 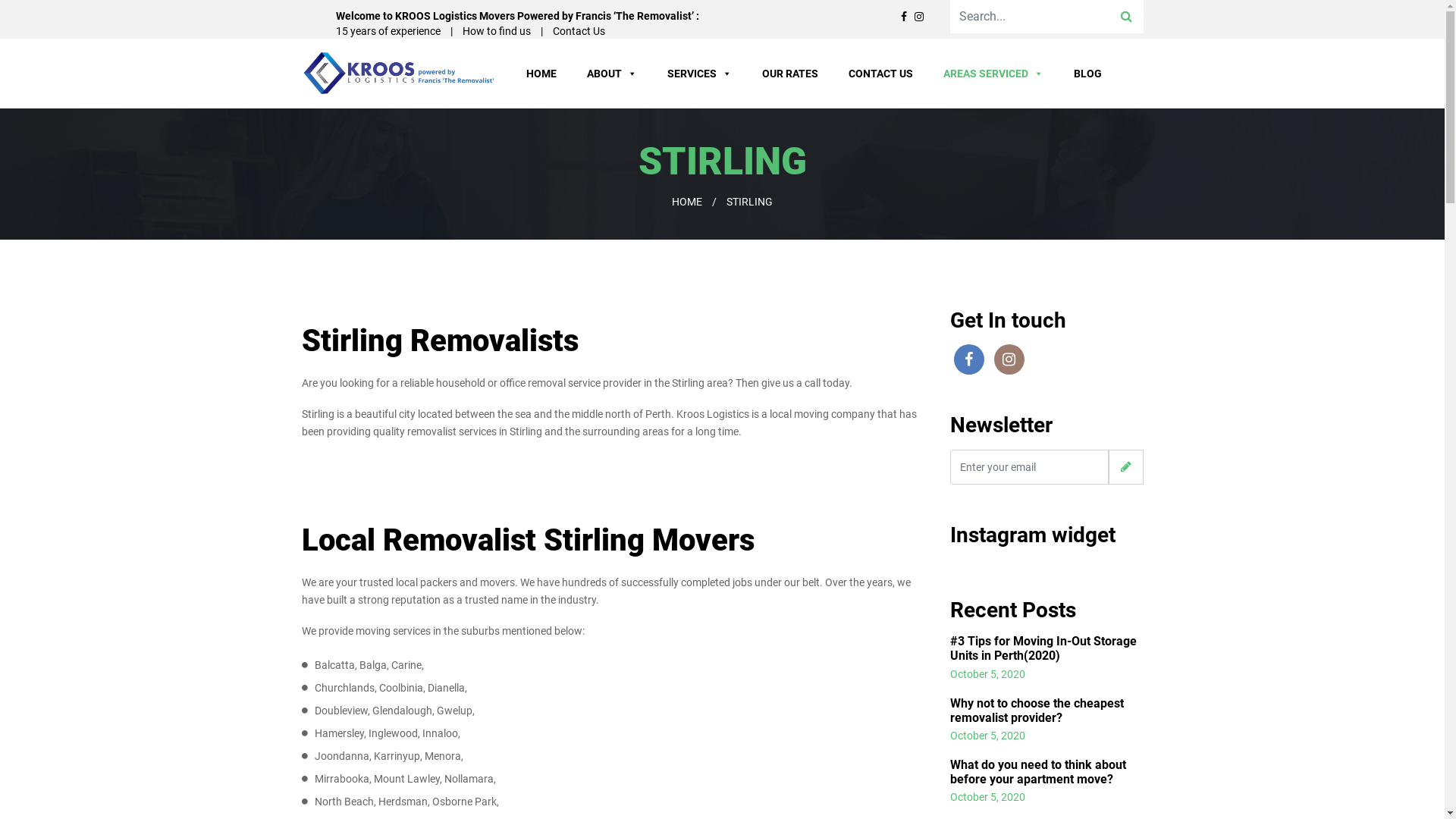 What do you see at coordinates (541, 73) in the screenshot?
I see `'HOME'` at bounding box center [541, 73].